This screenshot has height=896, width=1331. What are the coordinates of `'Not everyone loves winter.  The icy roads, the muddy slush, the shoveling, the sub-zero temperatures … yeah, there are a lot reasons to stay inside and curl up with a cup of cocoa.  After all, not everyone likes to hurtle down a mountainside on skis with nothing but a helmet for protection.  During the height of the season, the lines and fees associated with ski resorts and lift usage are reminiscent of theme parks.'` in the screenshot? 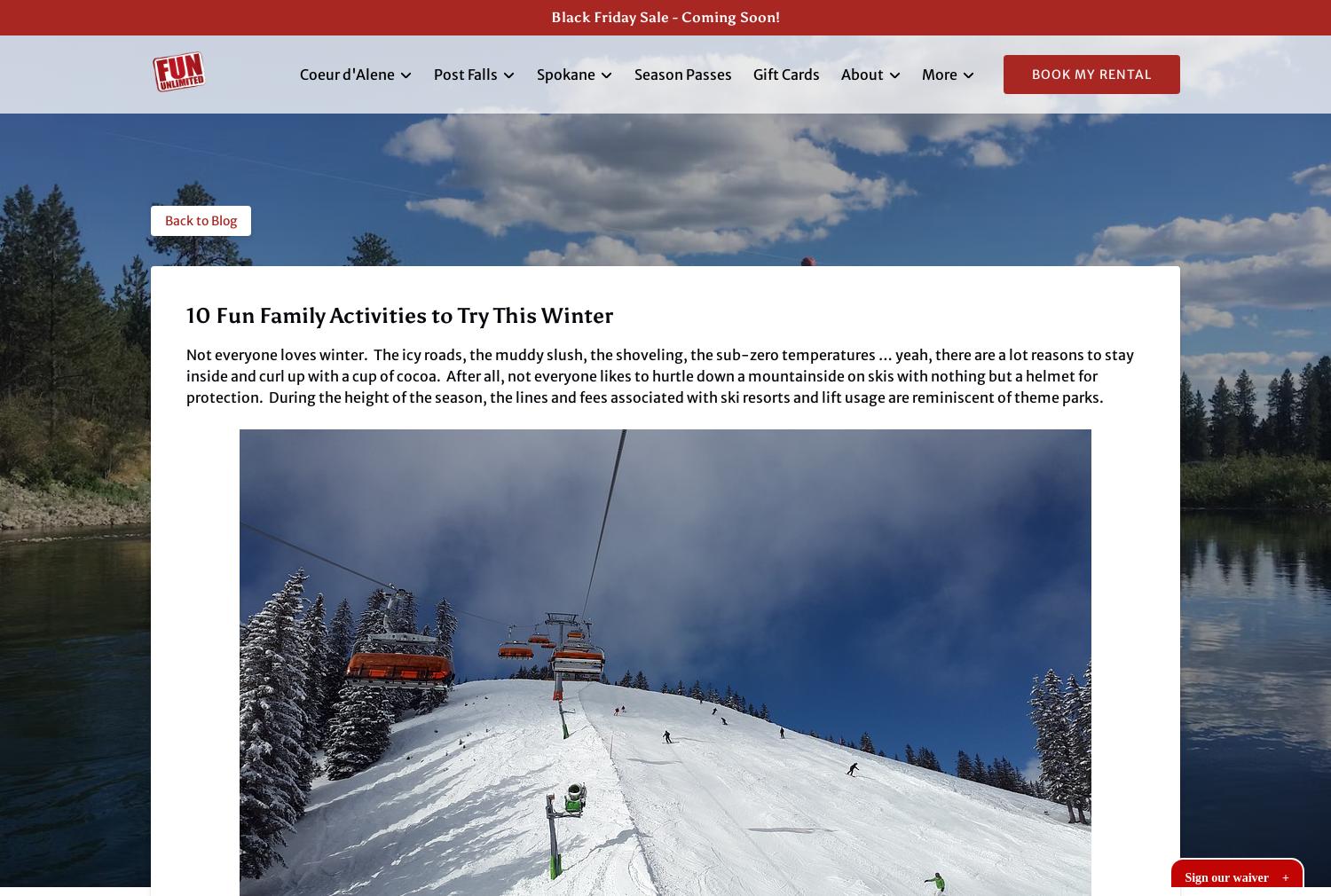 It's located at (659, 375).